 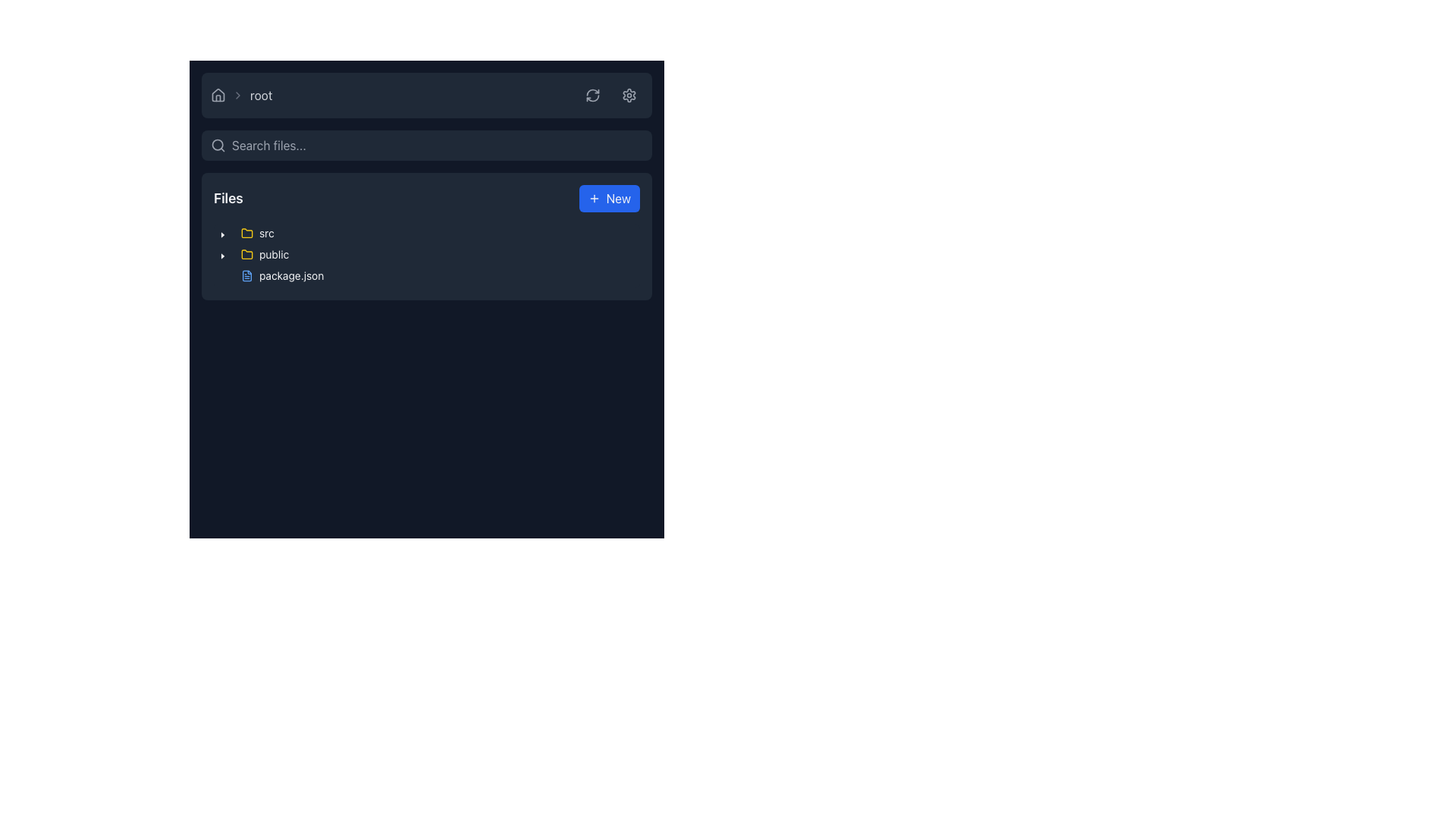 I want to click on the house icon located on the left side of the navigation bar, adjacent, so click(x=218, y=95).